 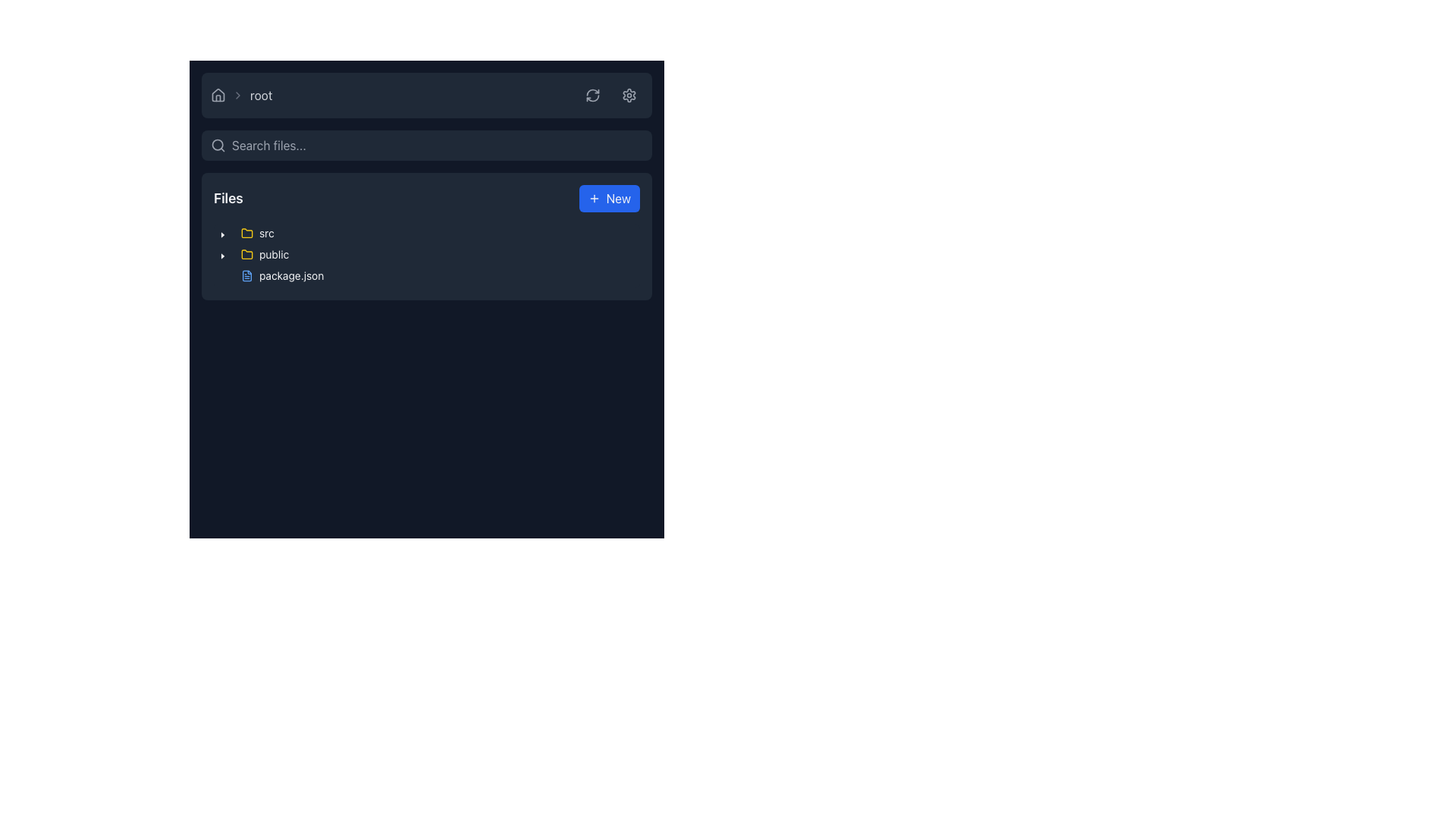 I want to click on the house icon located on the left side of the navigation bar, adjacent, so click(x=218, y=95).